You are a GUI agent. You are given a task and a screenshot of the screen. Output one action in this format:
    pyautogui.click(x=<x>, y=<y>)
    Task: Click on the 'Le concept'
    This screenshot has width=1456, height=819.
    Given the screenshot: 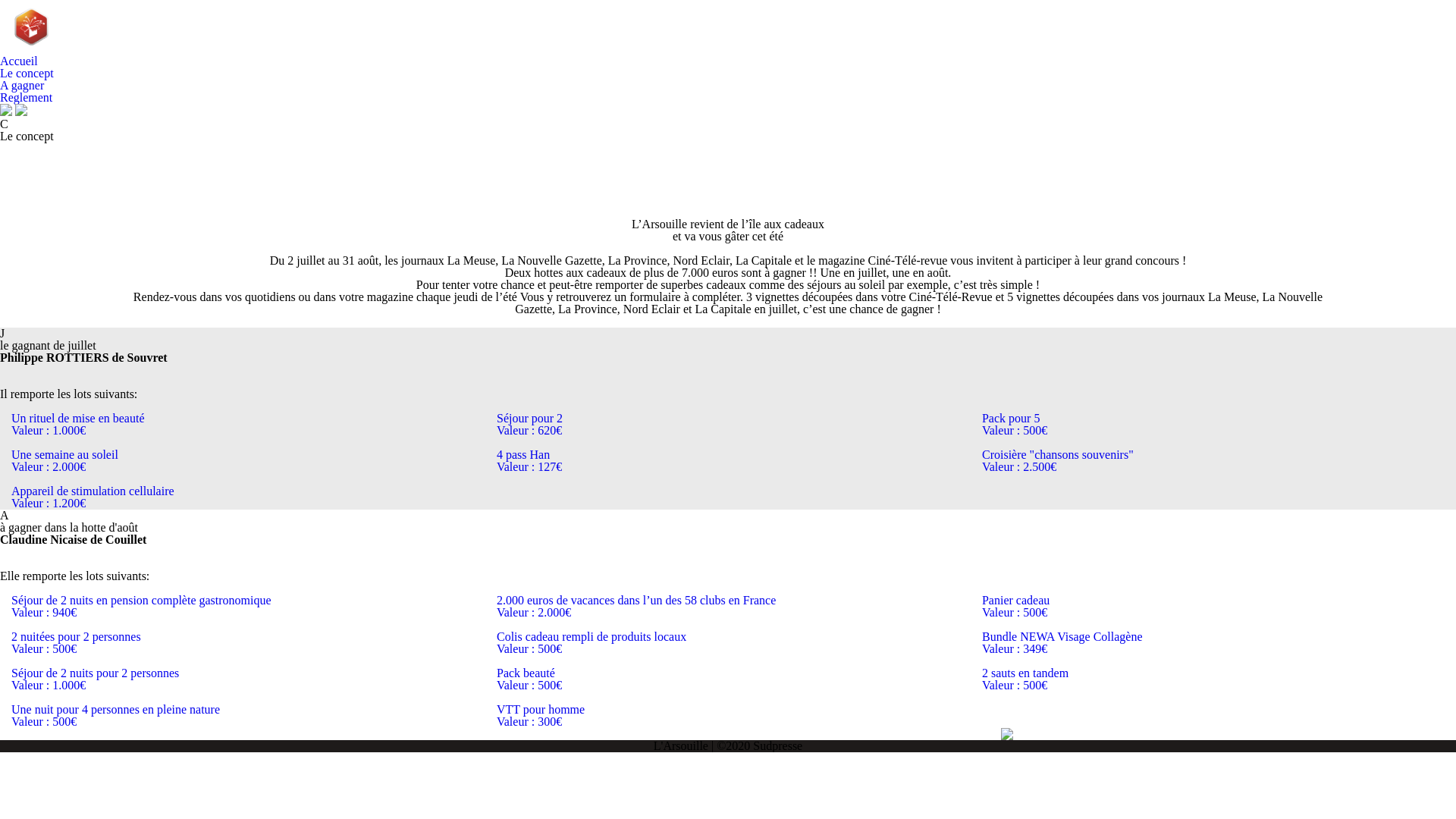 What is the action you would take?
    pyautogui.click(x=0, y=73)
    